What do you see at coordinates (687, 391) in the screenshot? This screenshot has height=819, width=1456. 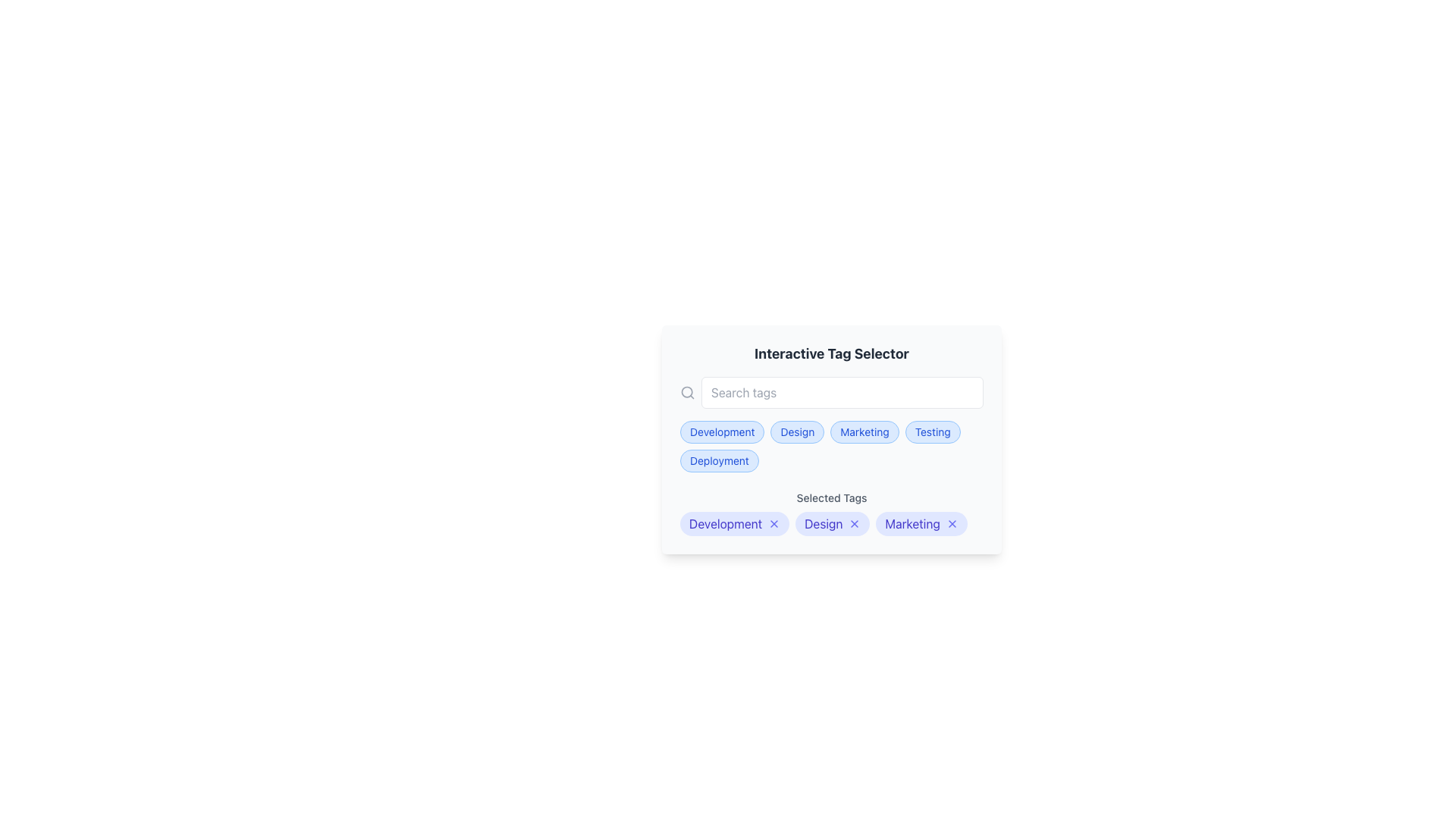 I see `the search icon, which is a minimalistic light gray magnifying glass located at the far left of the 'Interactive Tag Selector' interface` at bounding box center [687, 391].